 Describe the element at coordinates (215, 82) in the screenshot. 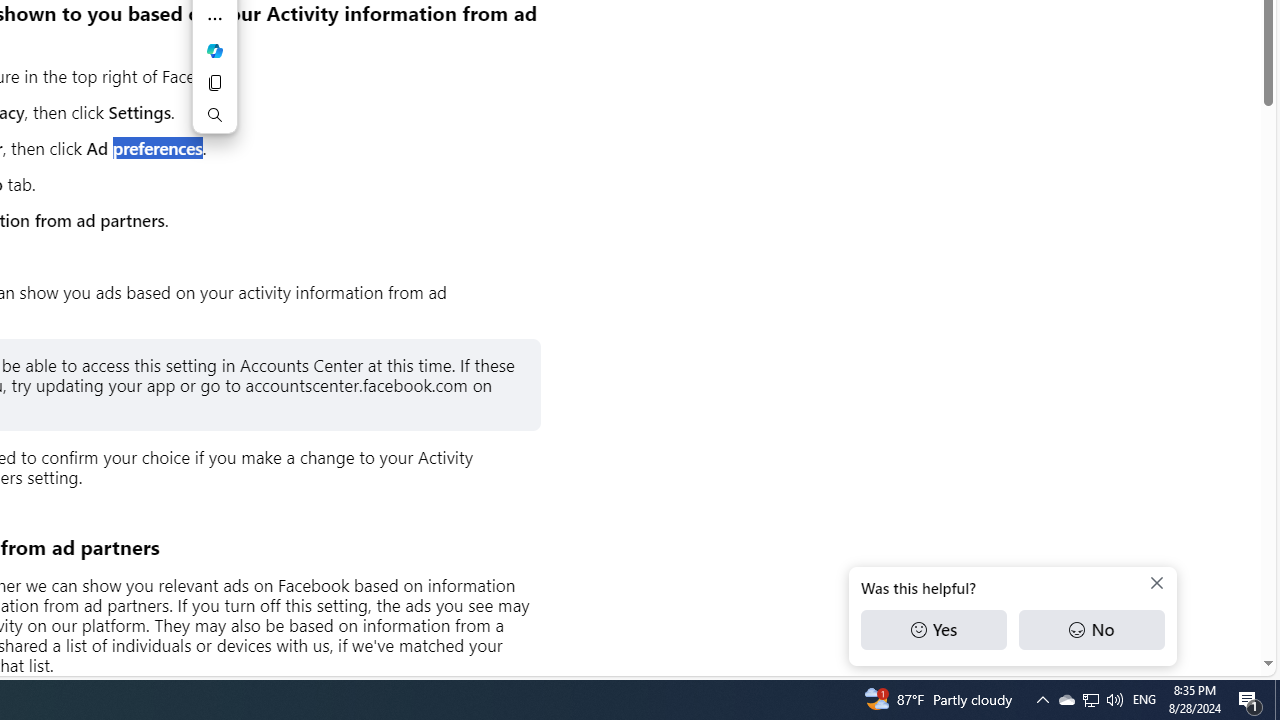

I see `'Copy'` at that location.